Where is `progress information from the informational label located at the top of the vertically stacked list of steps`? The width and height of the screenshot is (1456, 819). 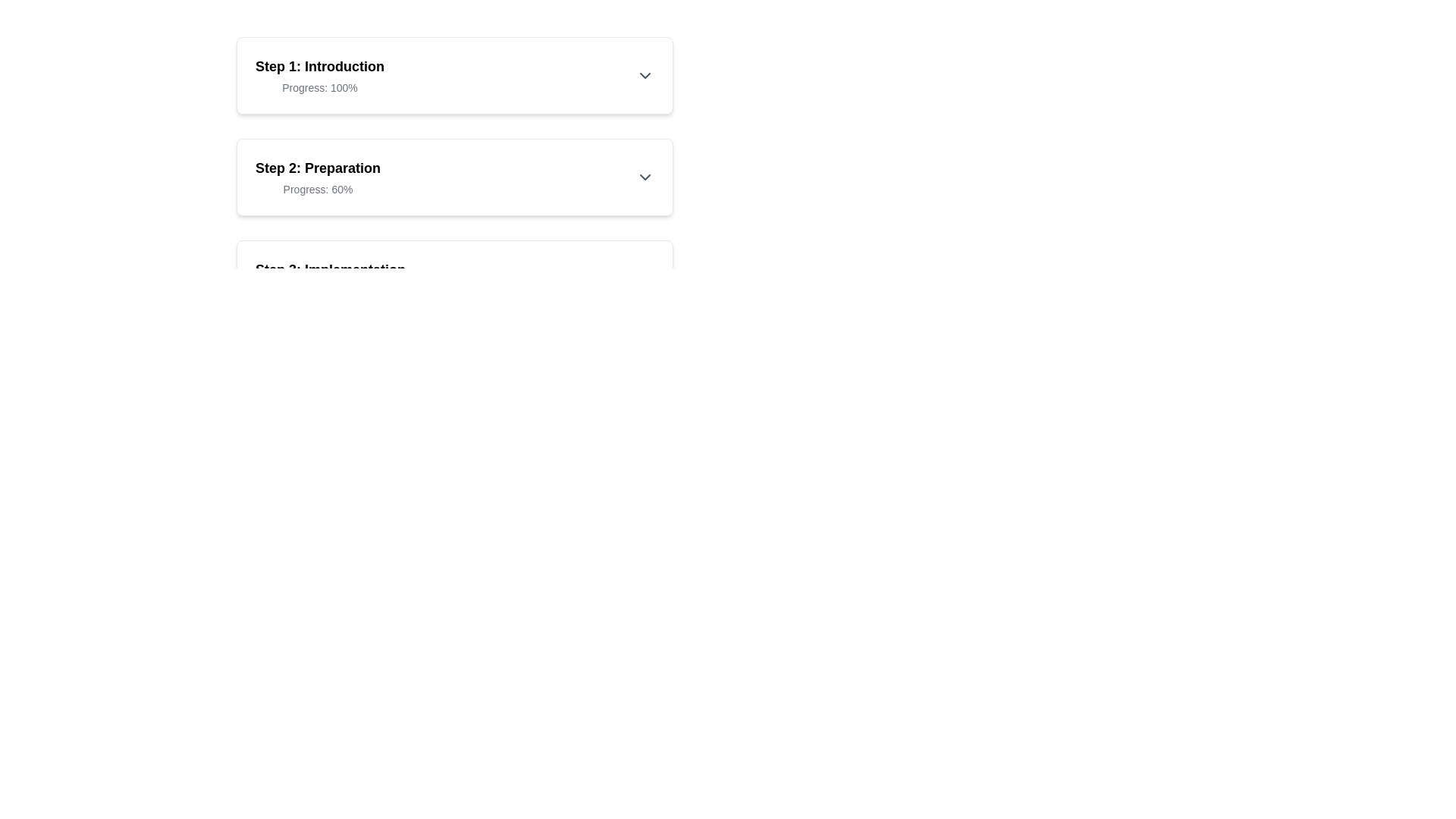 progress information from the informational label located at the top of the vertically stacked list of steps is located at coordinates (319, 76).